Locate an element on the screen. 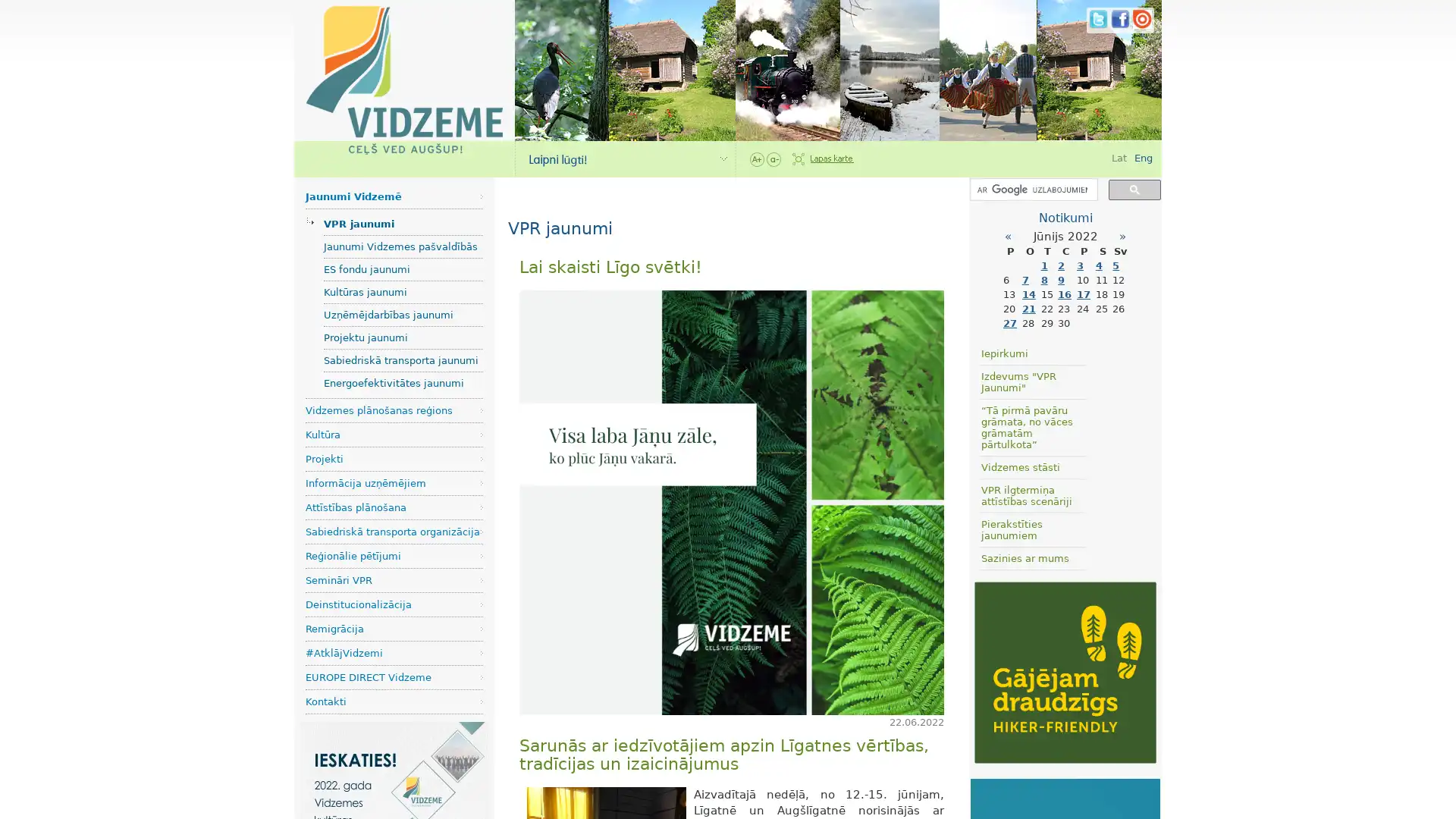 The height and width of the screenshot is (819, 1456). meklet is located at coordinates (1134, 188).